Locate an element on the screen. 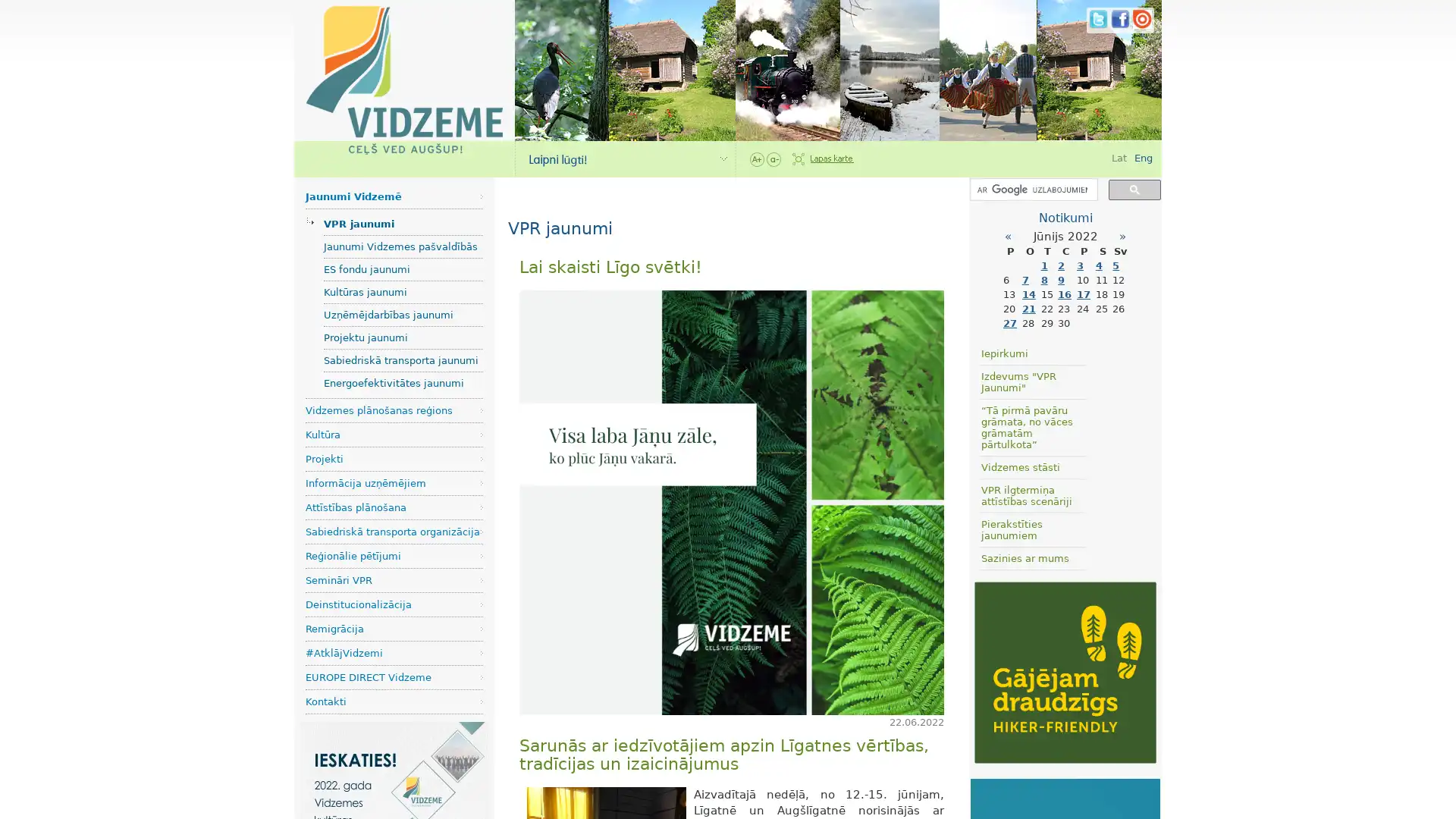 The height and width of the screenshot is (819, 1456). meklet is located at coordinates (1134, 188).